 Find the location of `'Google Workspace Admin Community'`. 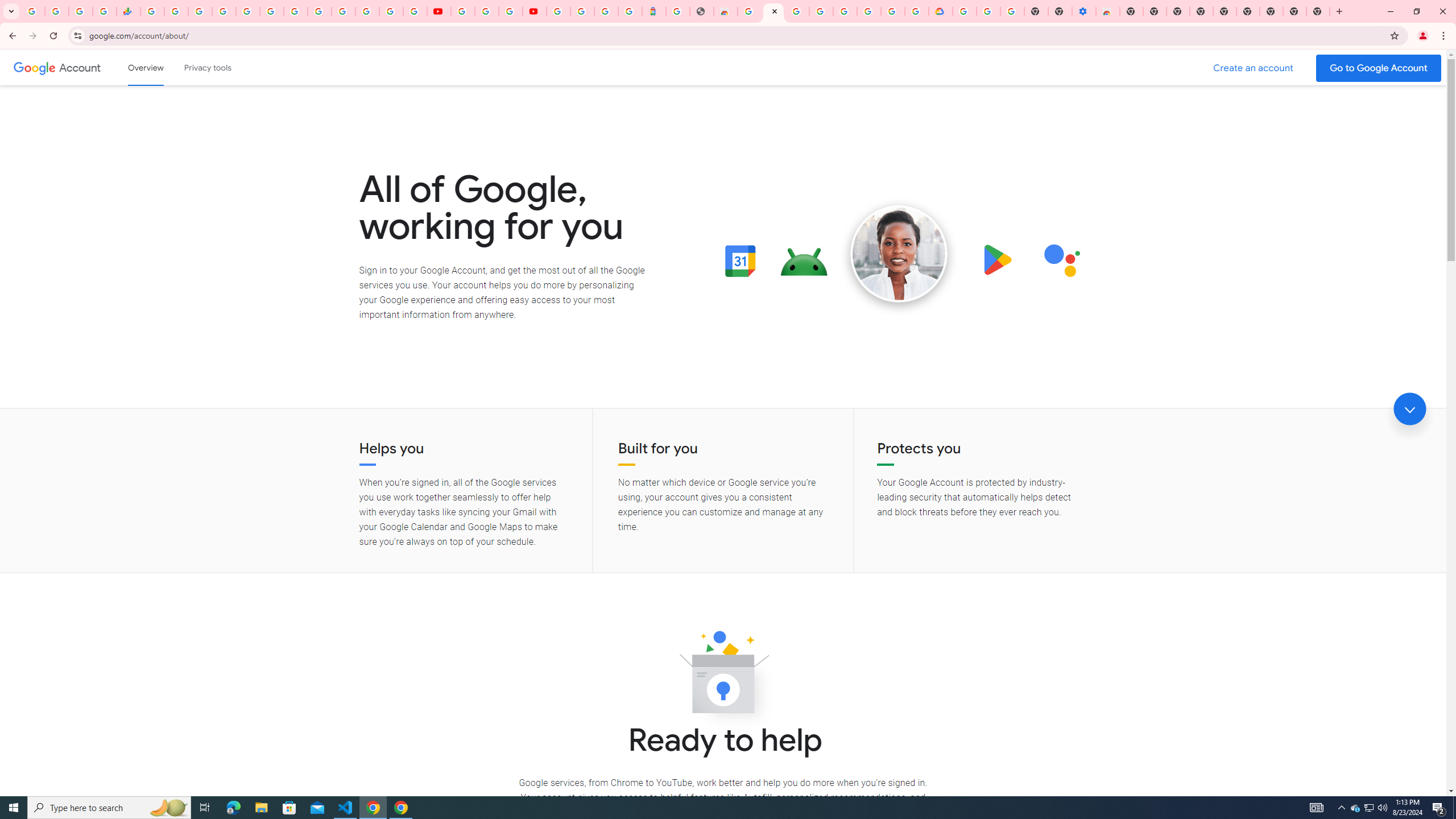

'Google Workspace Admin Community' is located at coordinates (32, 11).